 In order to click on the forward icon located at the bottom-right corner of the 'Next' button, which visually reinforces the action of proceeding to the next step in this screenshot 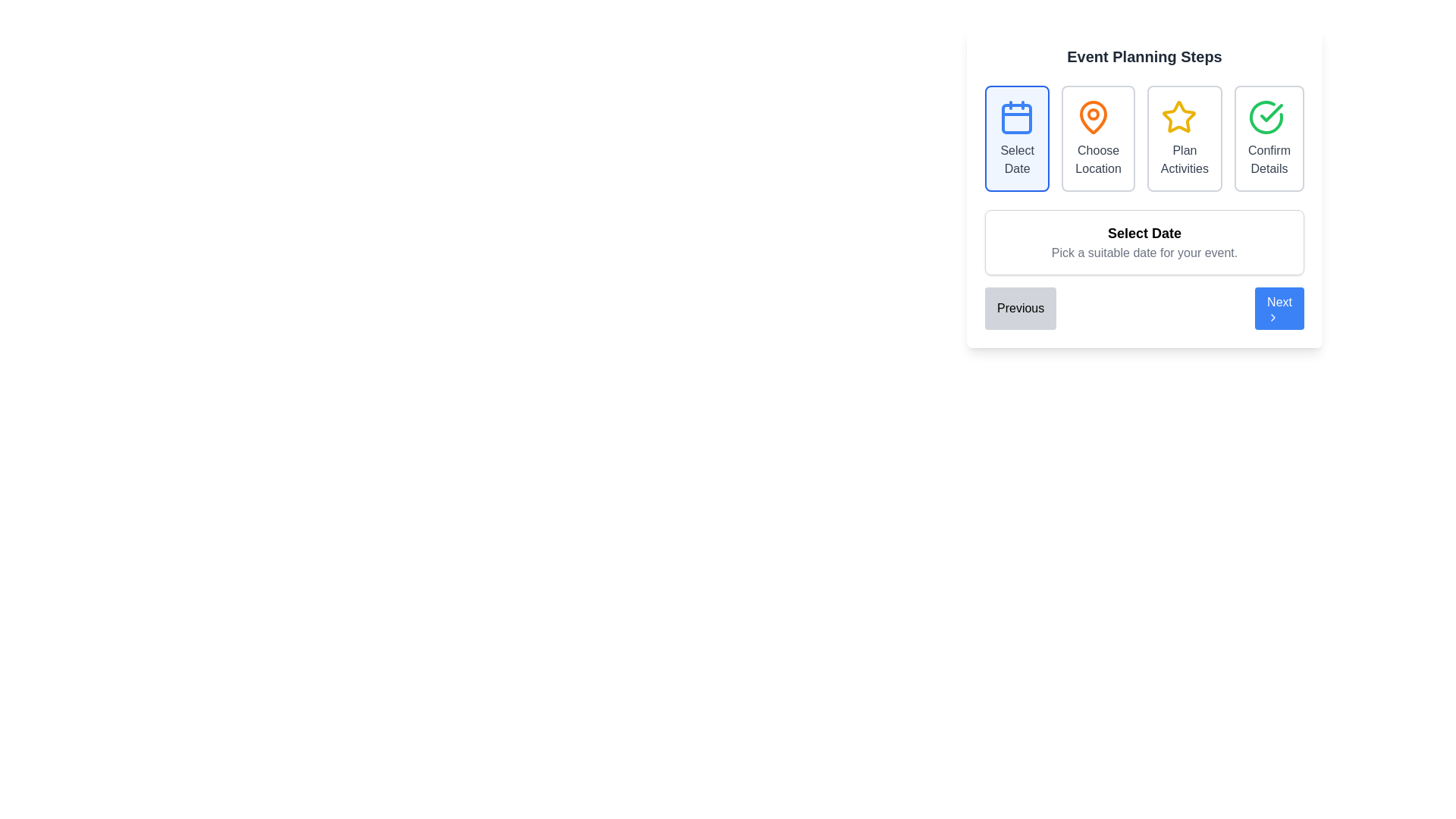, I will do `click(1273, 317)`.